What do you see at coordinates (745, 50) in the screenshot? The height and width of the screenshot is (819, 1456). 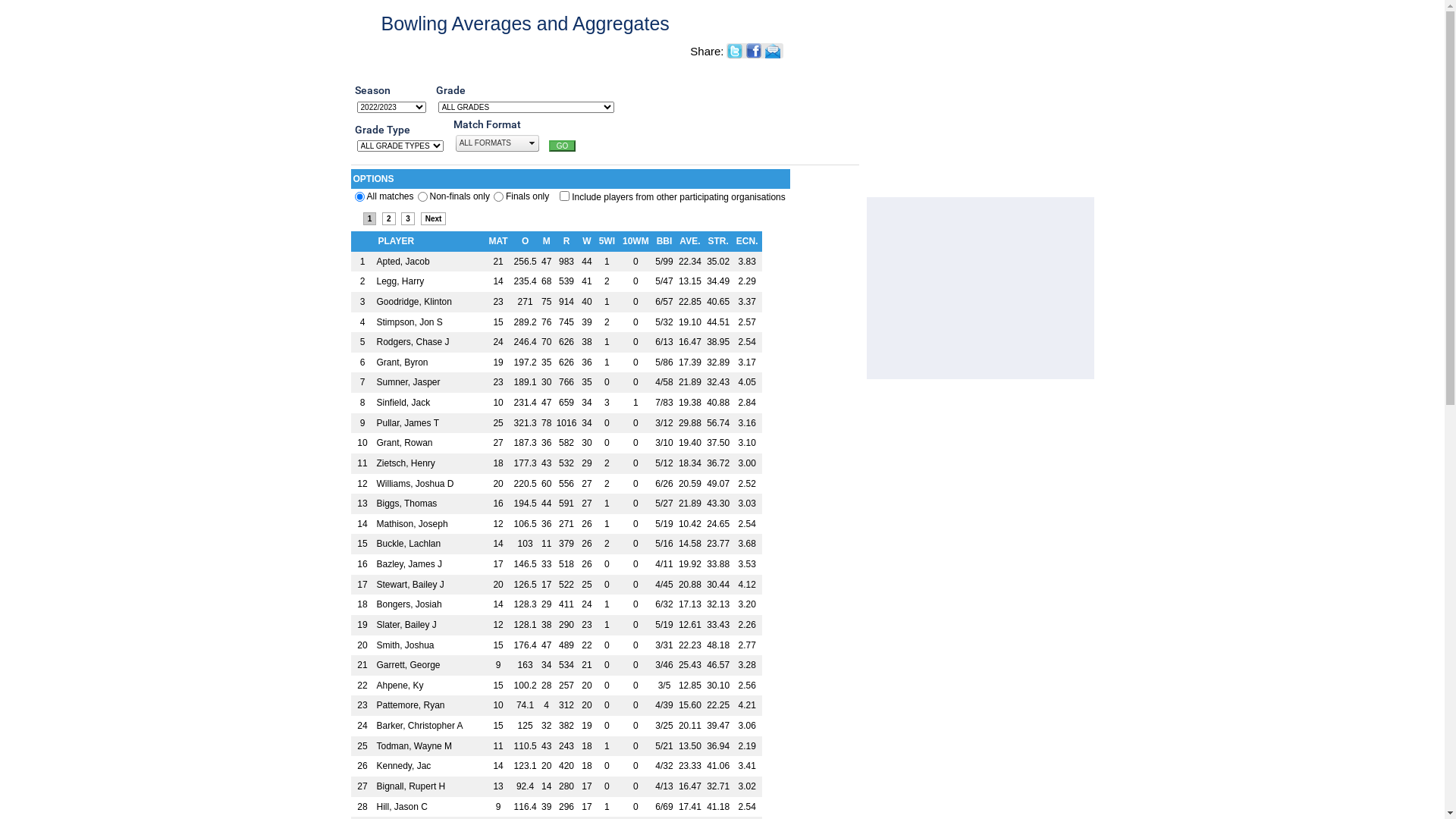 I see `'Share on Facebook'` at bounding box center [745, 50].